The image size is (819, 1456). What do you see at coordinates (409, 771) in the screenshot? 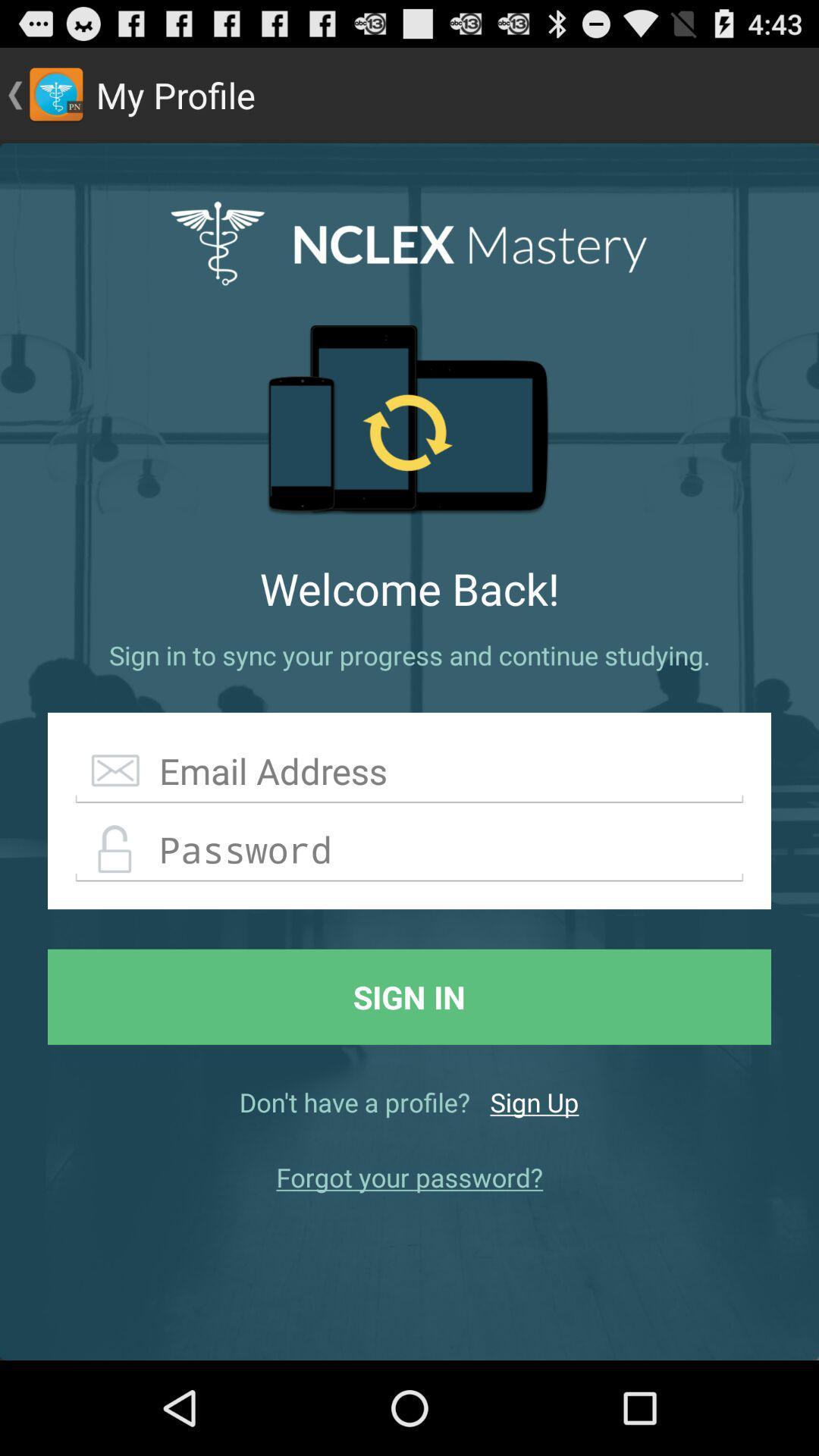
I see `the app below the sign in to item` at bounding box center [409, 771].